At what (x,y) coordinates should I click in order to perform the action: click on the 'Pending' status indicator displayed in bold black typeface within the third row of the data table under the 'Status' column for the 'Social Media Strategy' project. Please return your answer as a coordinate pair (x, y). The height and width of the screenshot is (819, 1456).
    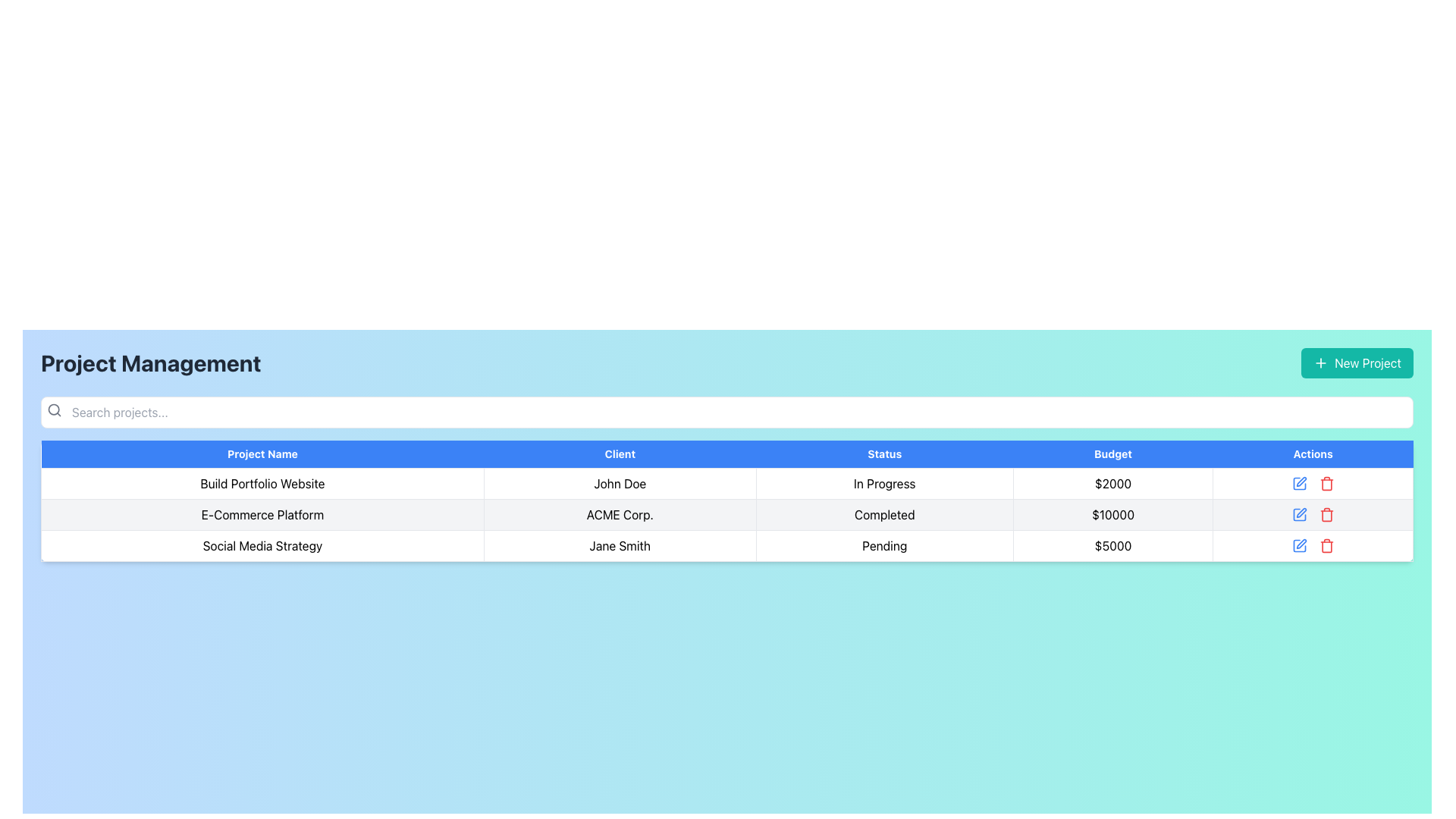
    Looking at the image, I should click on (884, 546).